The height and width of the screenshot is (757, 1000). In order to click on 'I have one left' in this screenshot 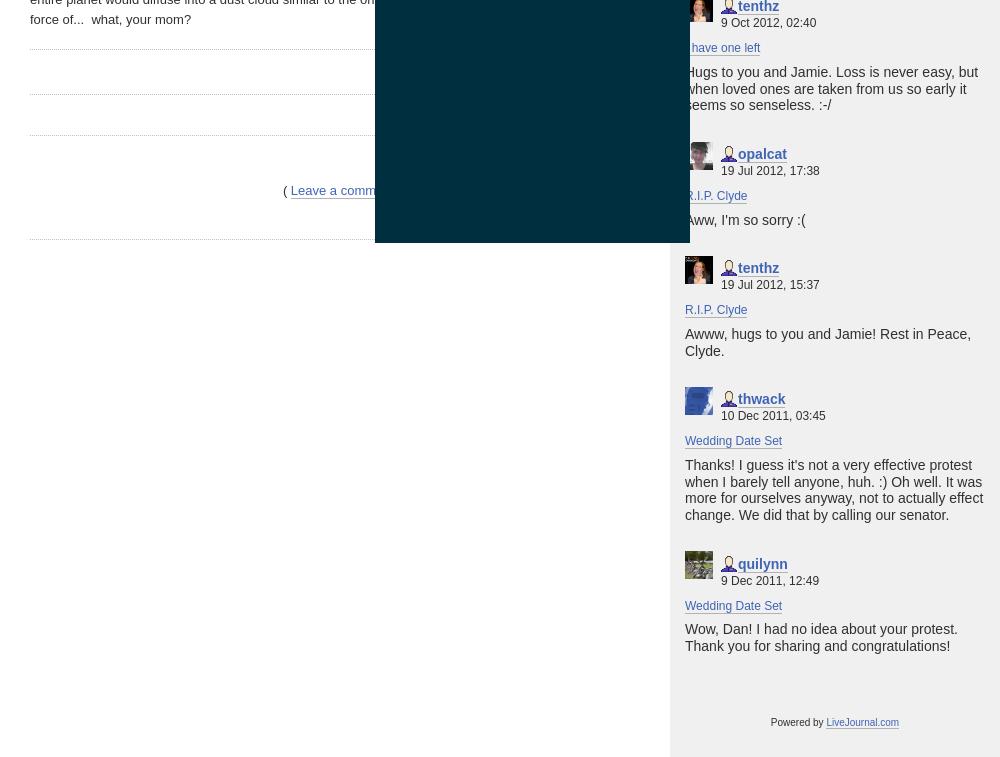, I will do `click(721, 46)`.